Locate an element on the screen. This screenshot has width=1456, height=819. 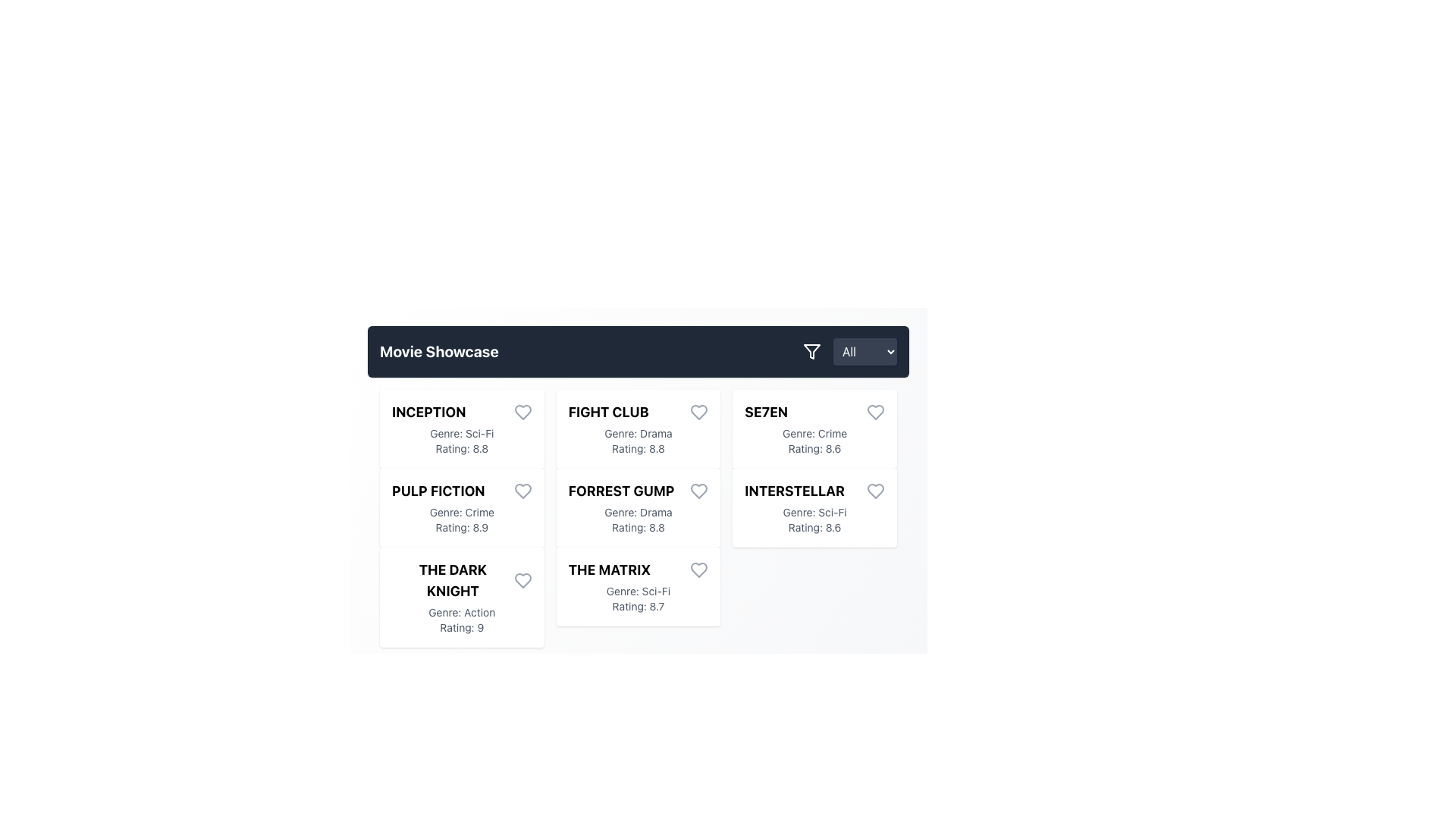
the bold uppercase text label displaying the movie name 'The Matrix' is located at coordinates (609, 570).